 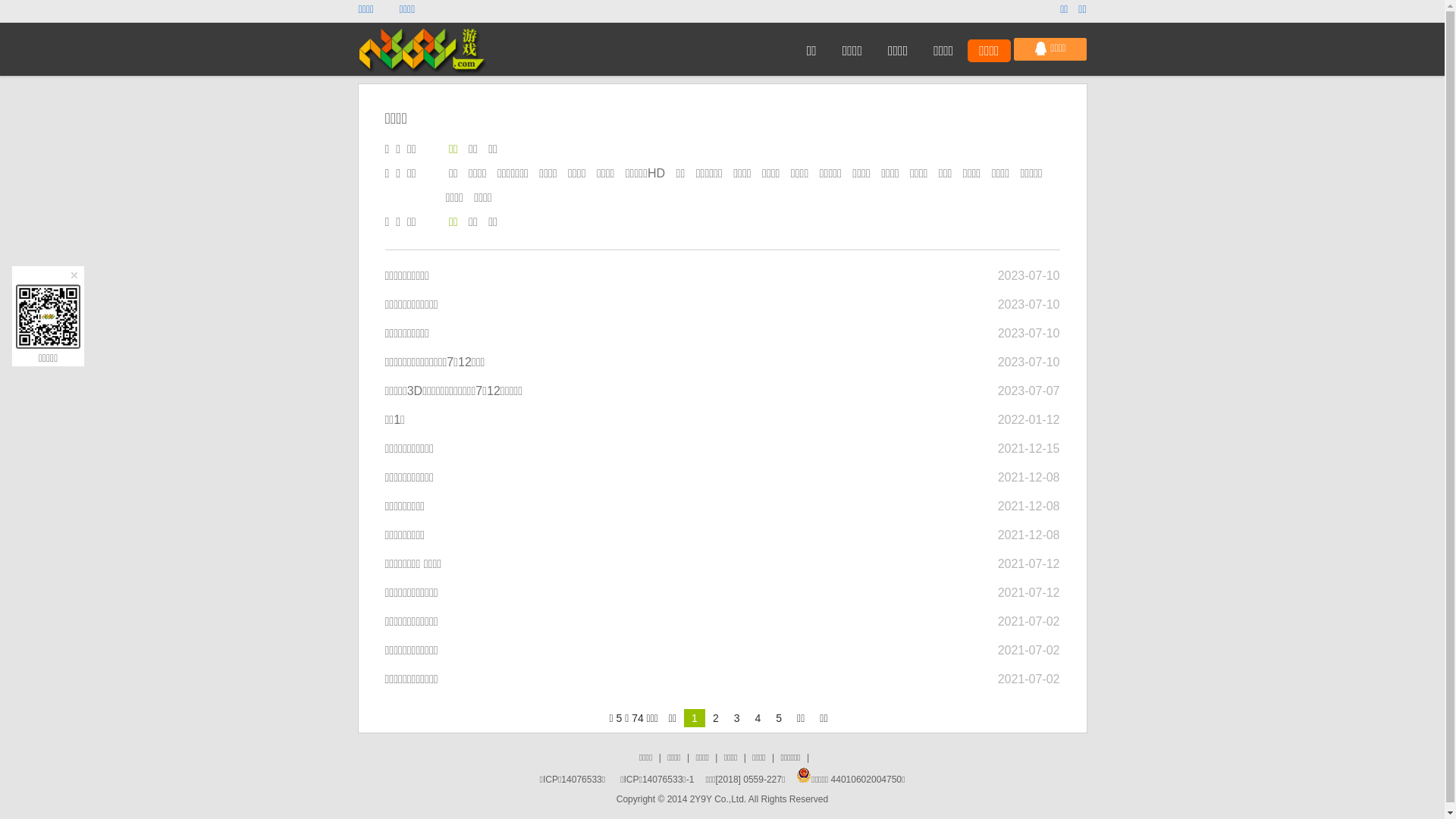 What do you see at coordinates (694, 717) in the screenshot?
I see `'1'` at bounding box center [694, 717].